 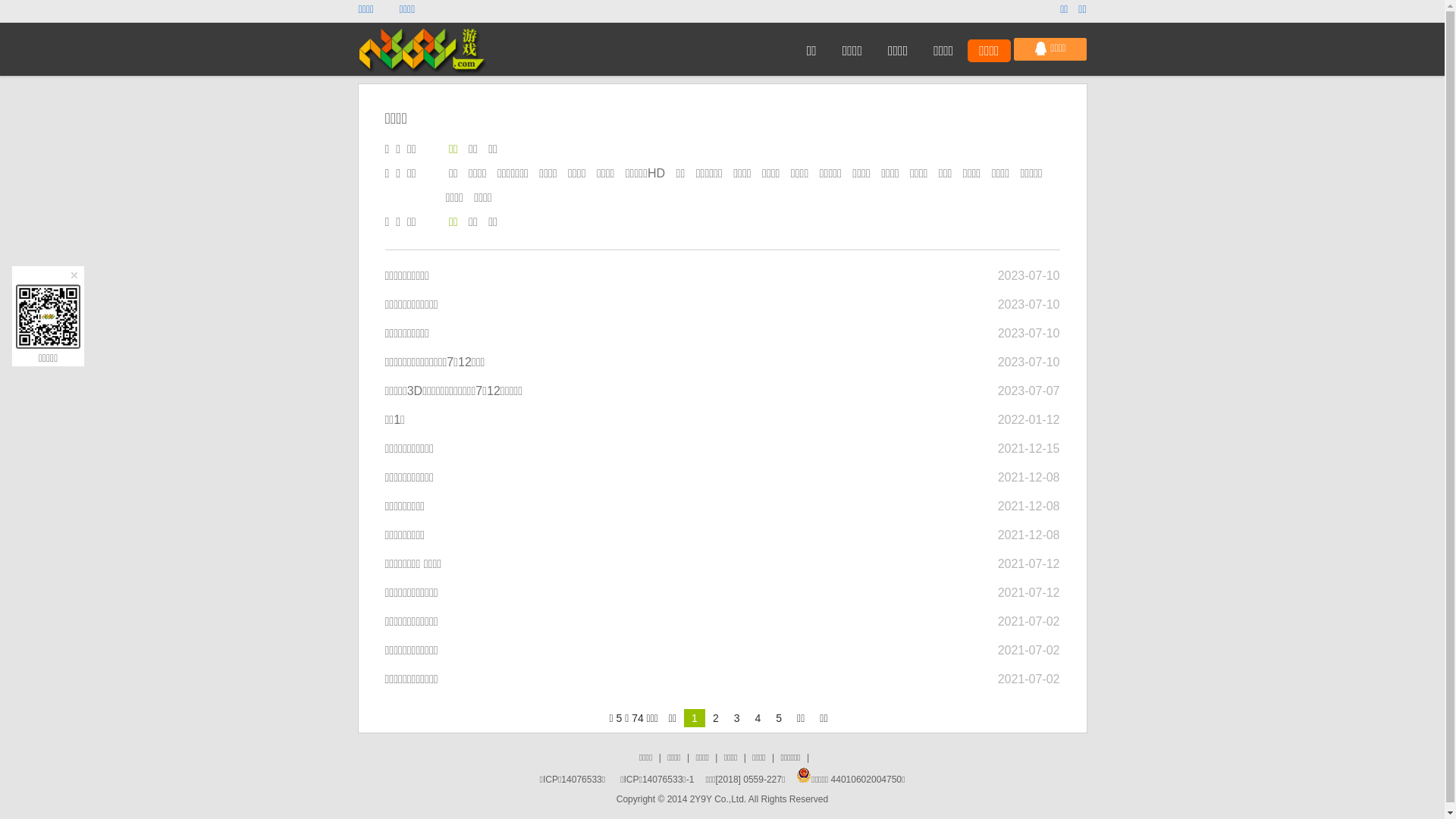 What do you see at coordinates (694, 717) in the screenshot?
I see `'1'` at bounding box center [694, 717].